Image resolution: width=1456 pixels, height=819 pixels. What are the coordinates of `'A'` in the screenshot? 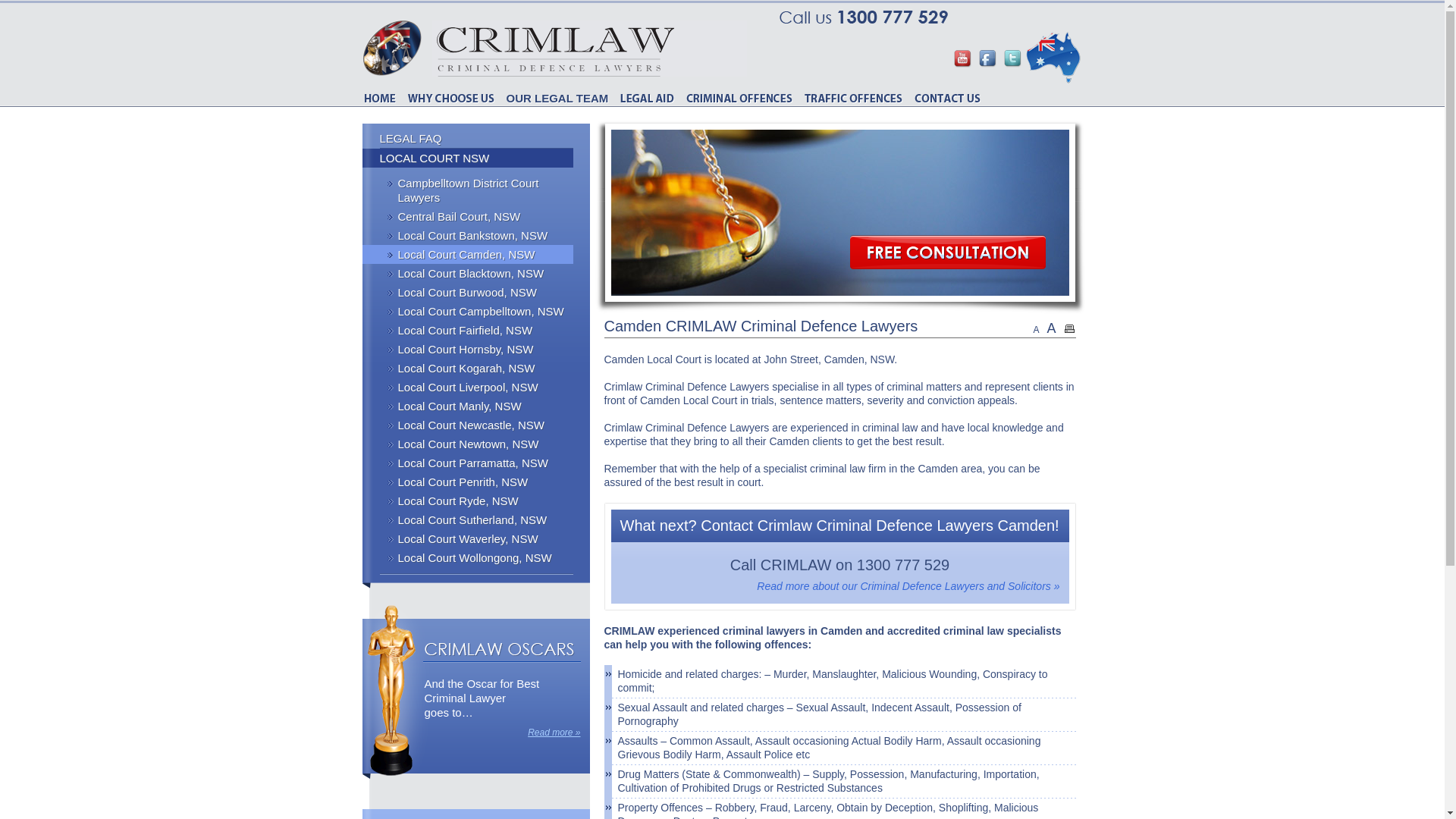 It's located at (1035, 329).